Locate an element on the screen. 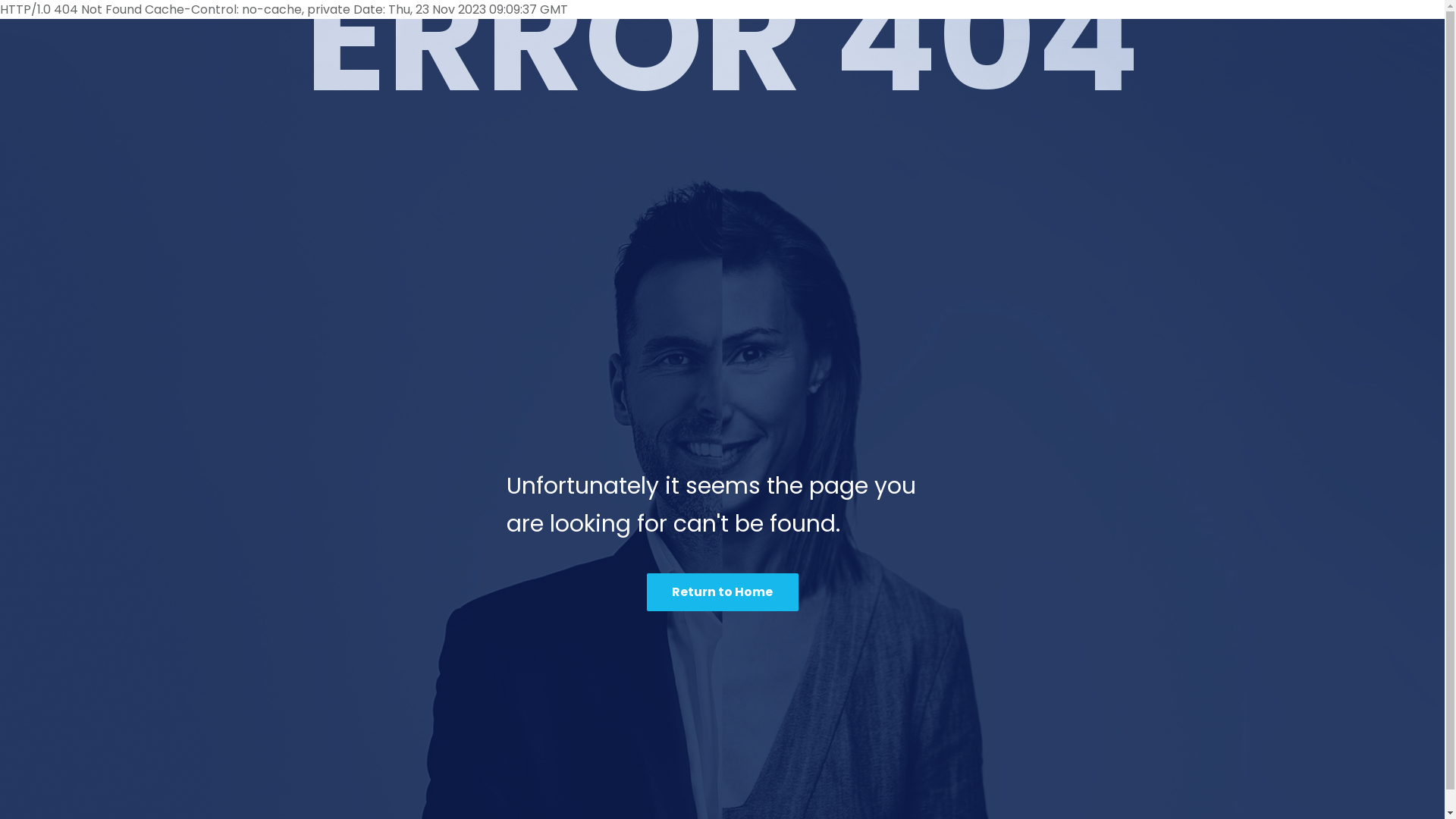 The image size is (1456, 819). 'Return to Home' is located at coordinates (720, 591).